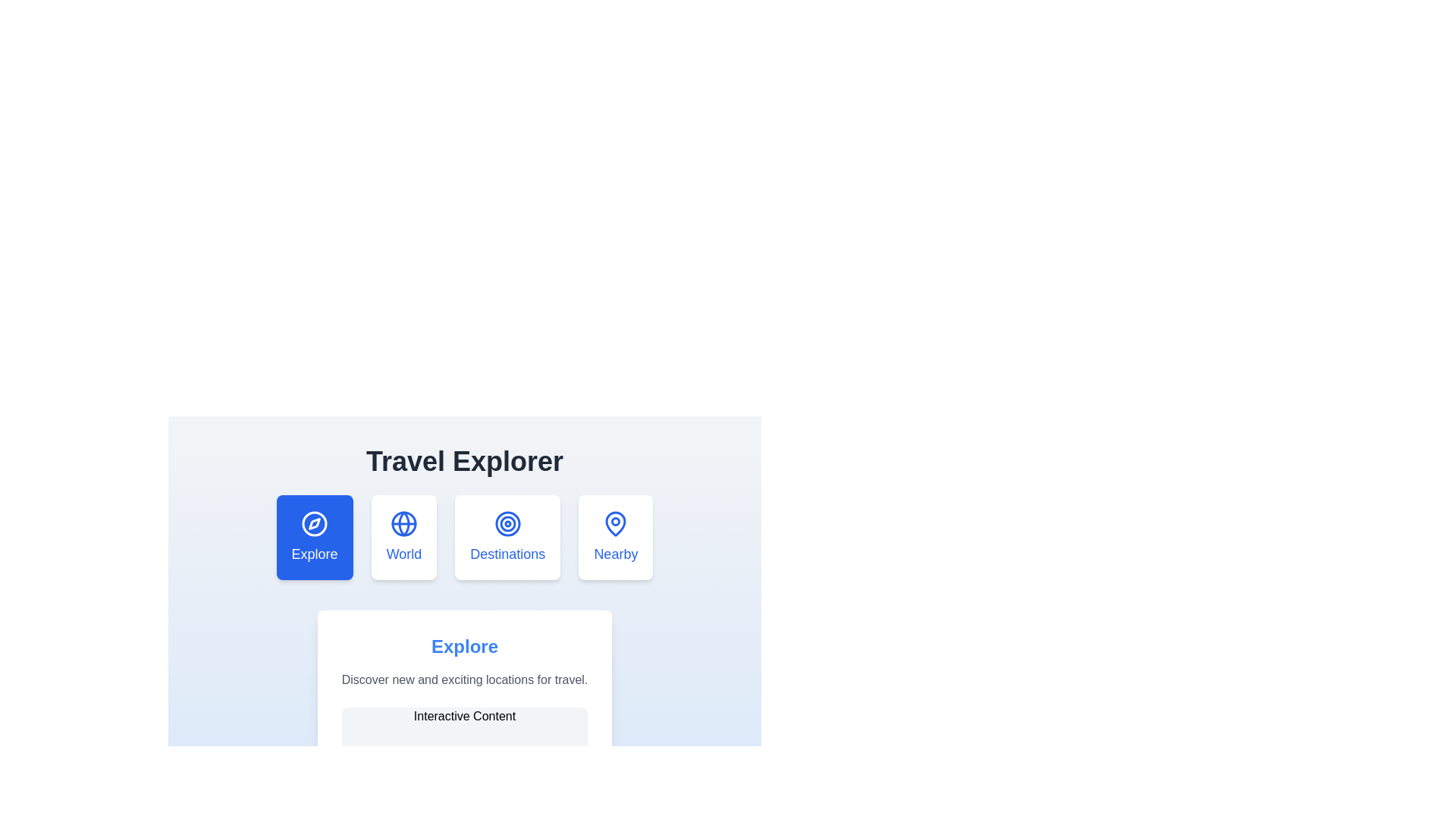 This screenshot has width=1456, height=819. Describe the element at coordinates (507, 537) in the screenshot. I see `the tab labeled Destinations to view its content` at that location.